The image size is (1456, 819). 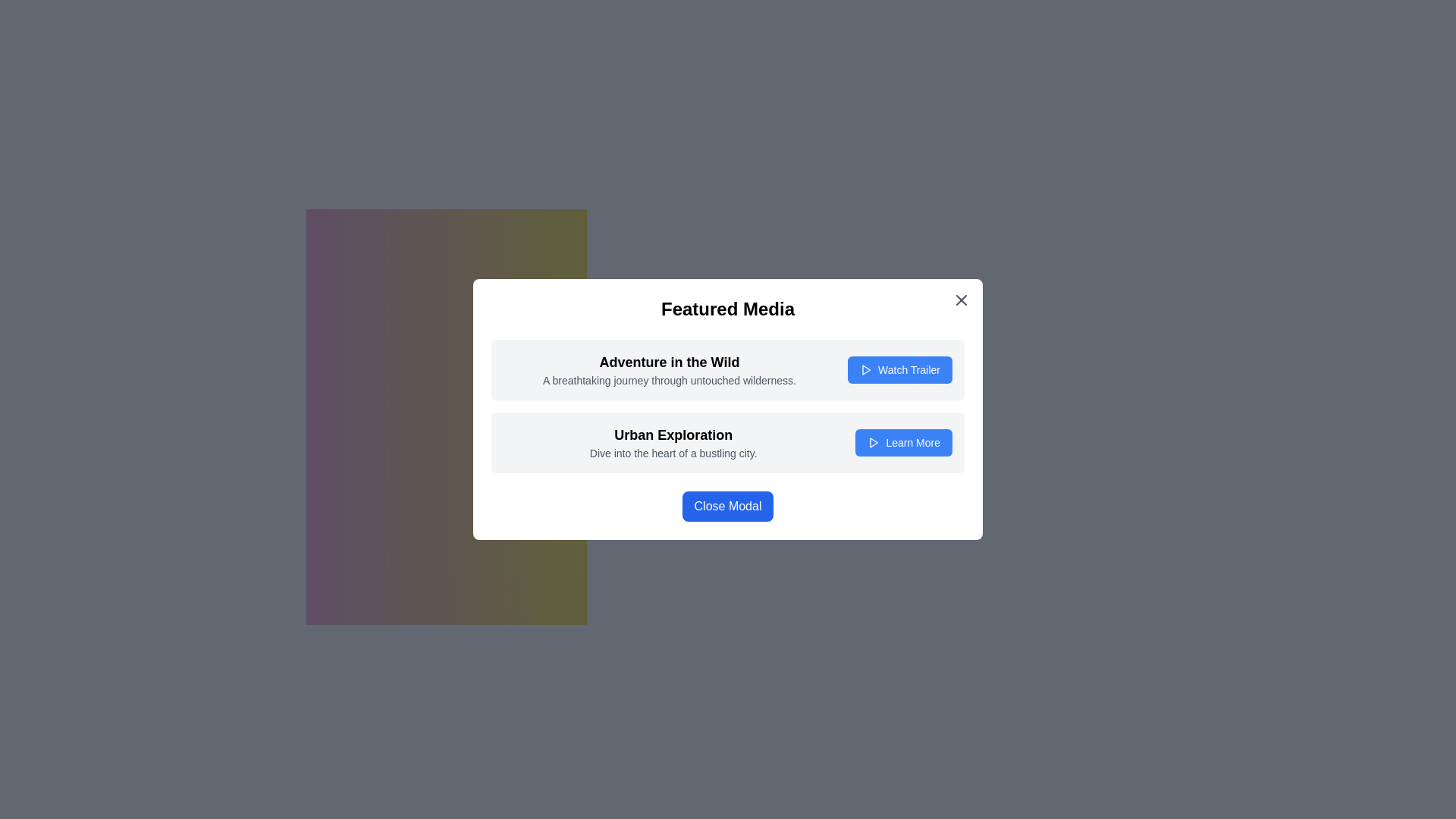 I want to click on the rectangular button with a blue background and white text that reads 'Close Modal', located at the bottom center of the modal titled 'Featured Media', so click(x=728, y=506).